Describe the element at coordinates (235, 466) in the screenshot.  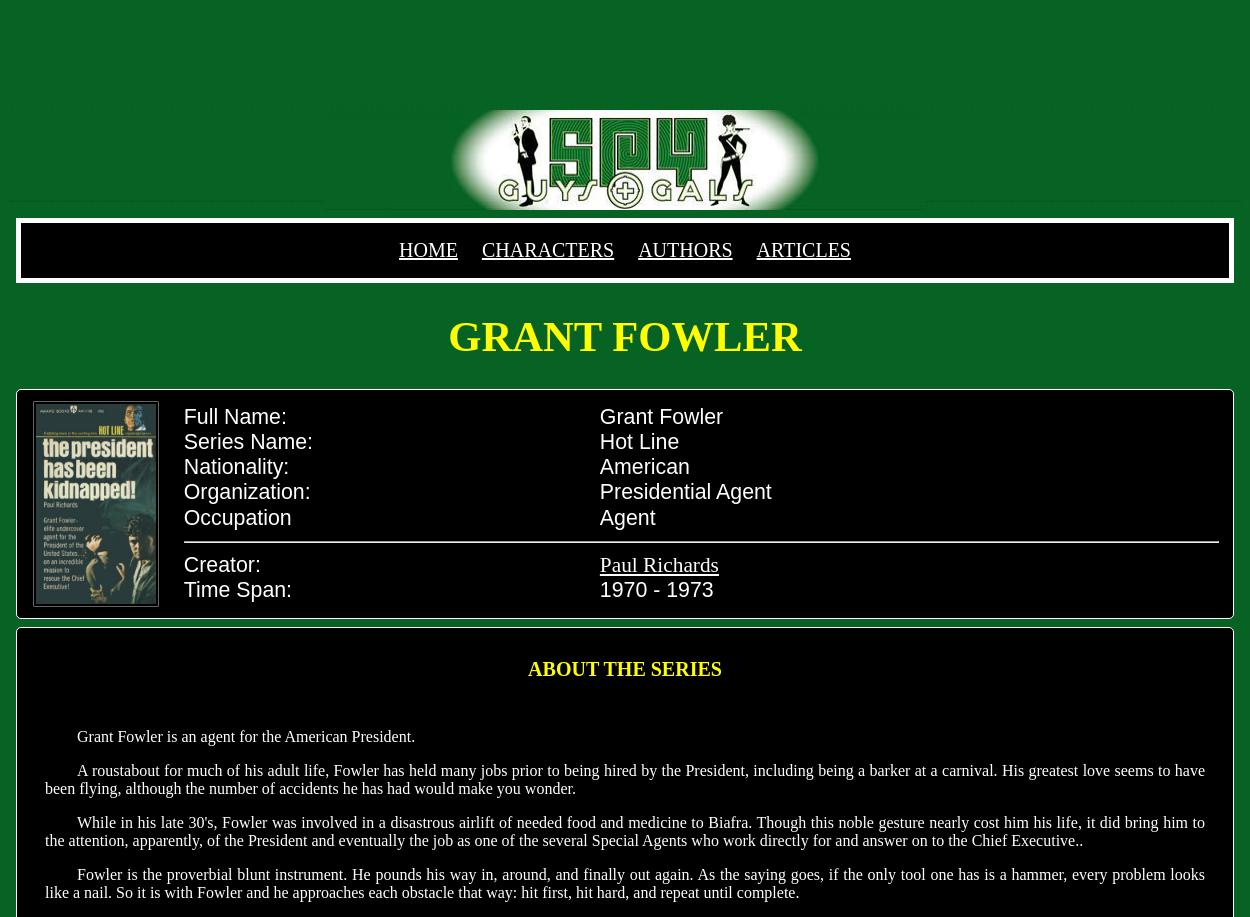
I see `'Nationality:'` at that location.